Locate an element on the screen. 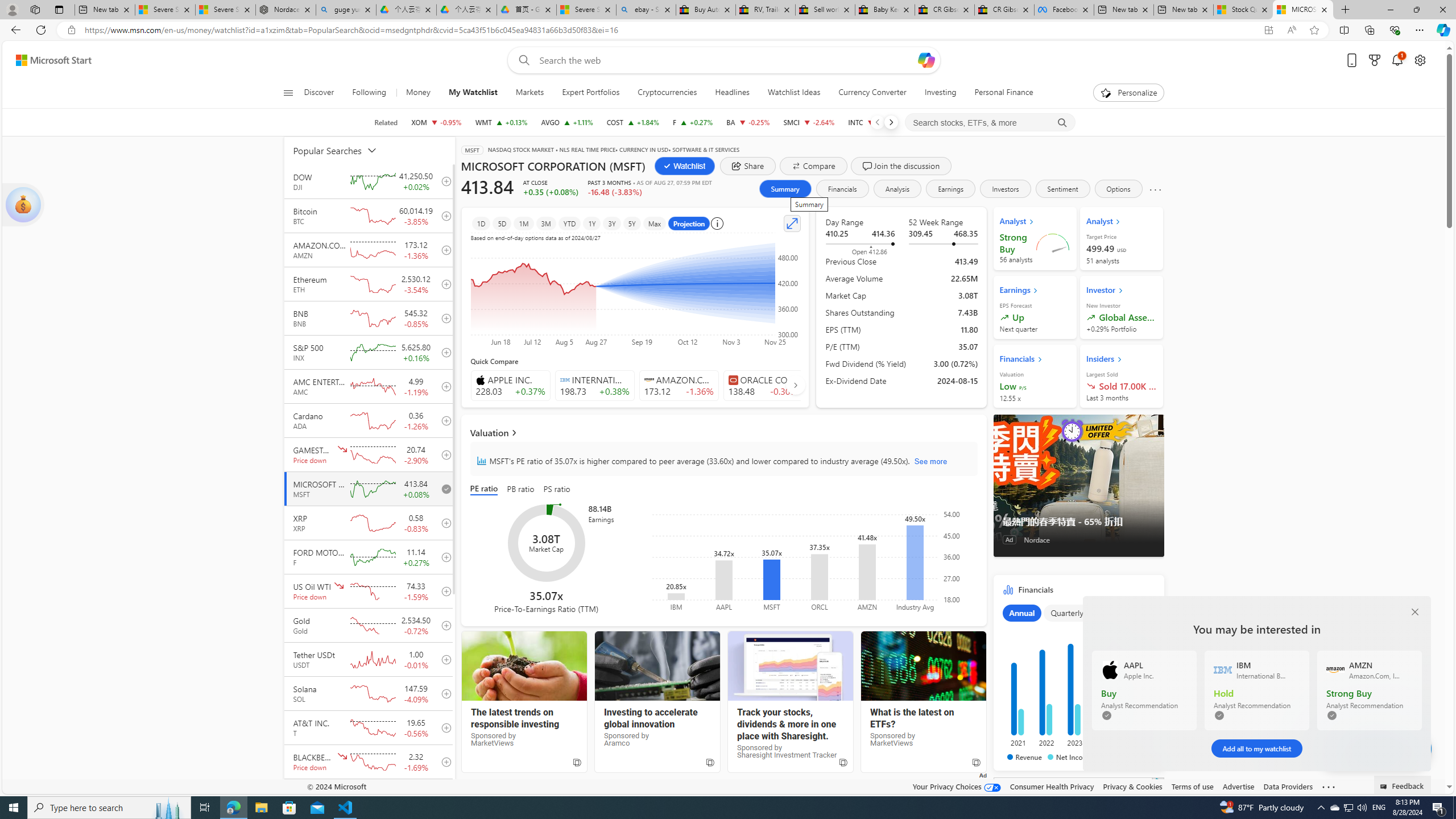 This screenshot has width=1456, height=819. 'Headlines' is located at coordinates (732, 92).